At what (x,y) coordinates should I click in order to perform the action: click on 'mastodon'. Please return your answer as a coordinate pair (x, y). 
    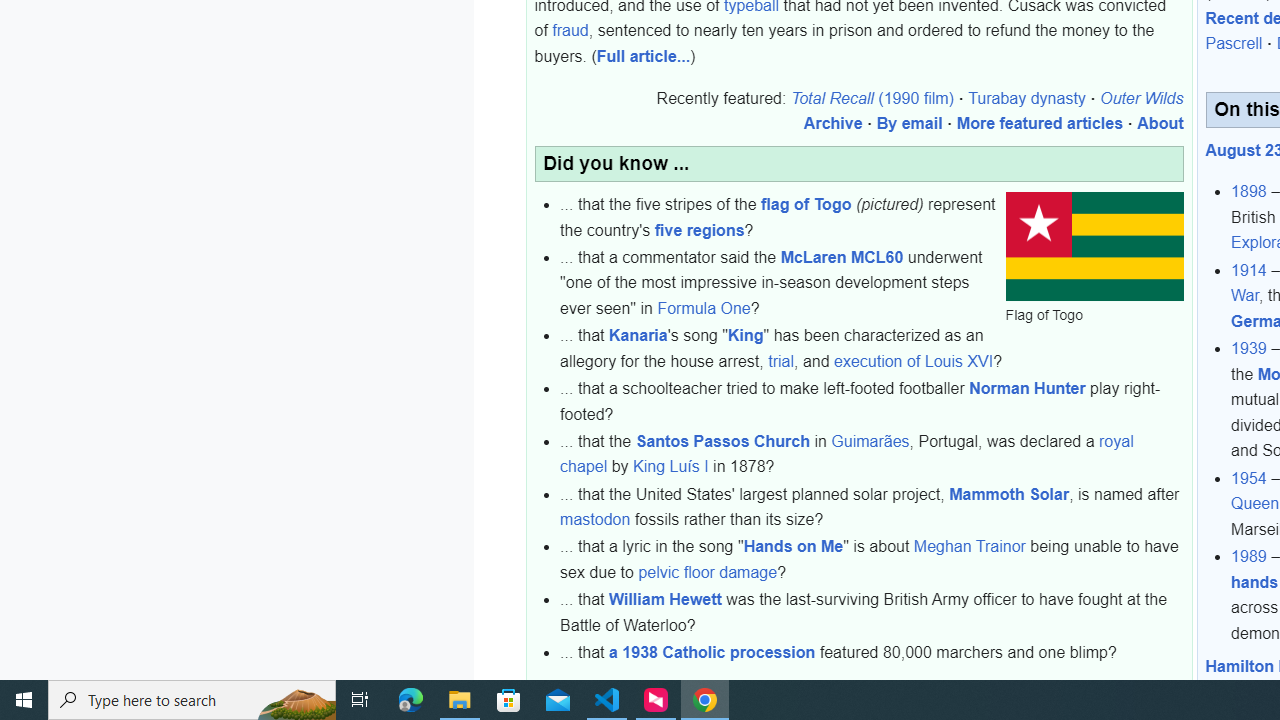
    Looking at the image, I should click on (594, 519).